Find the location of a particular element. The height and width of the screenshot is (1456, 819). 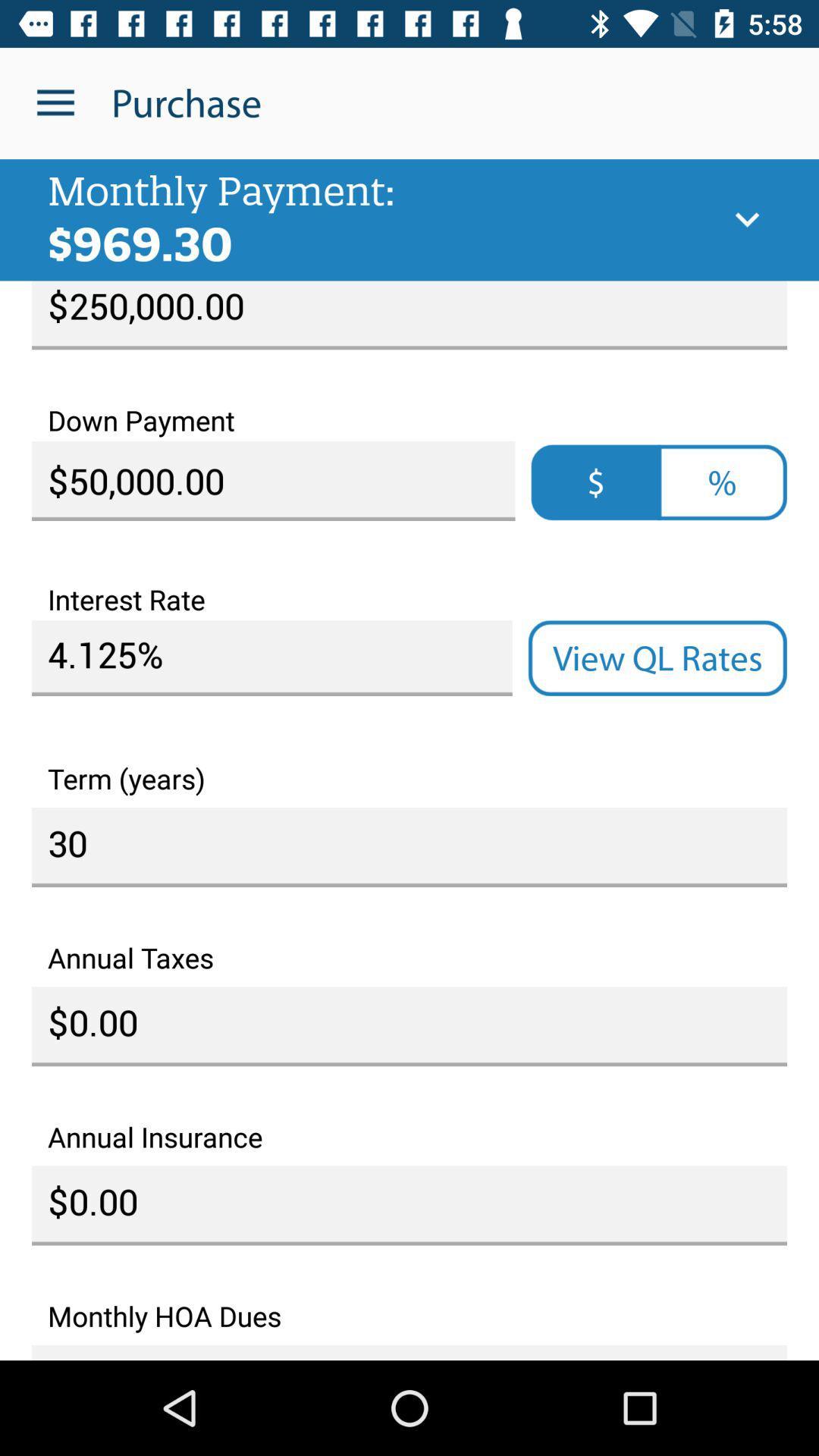

the icon to the right of the $50,000.00 icon is located at coordinates (721, 482).